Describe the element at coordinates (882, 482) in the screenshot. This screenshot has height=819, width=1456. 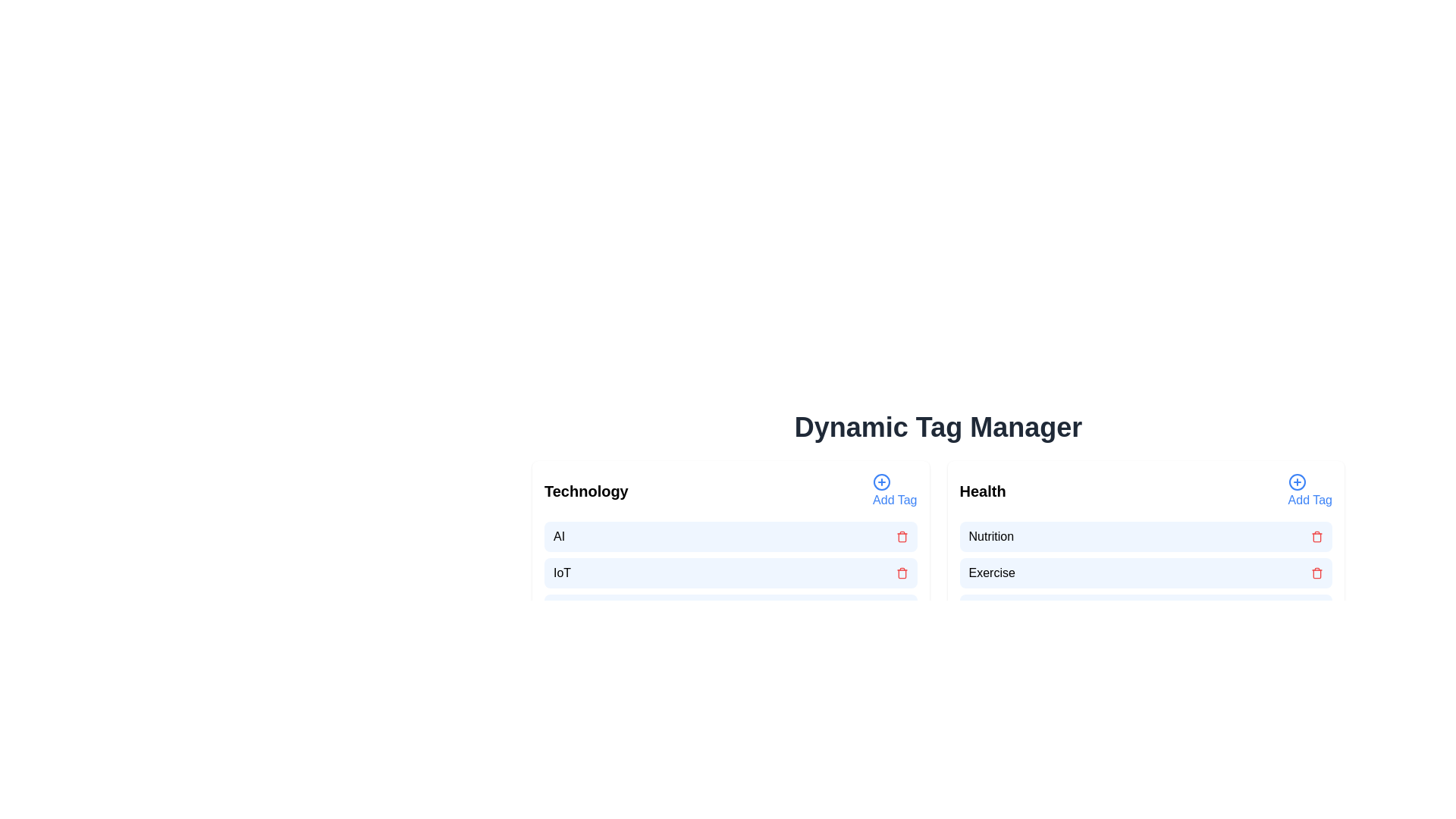
I see `the circular graphical icon component located to the right of the 'Technology' header` at that location.